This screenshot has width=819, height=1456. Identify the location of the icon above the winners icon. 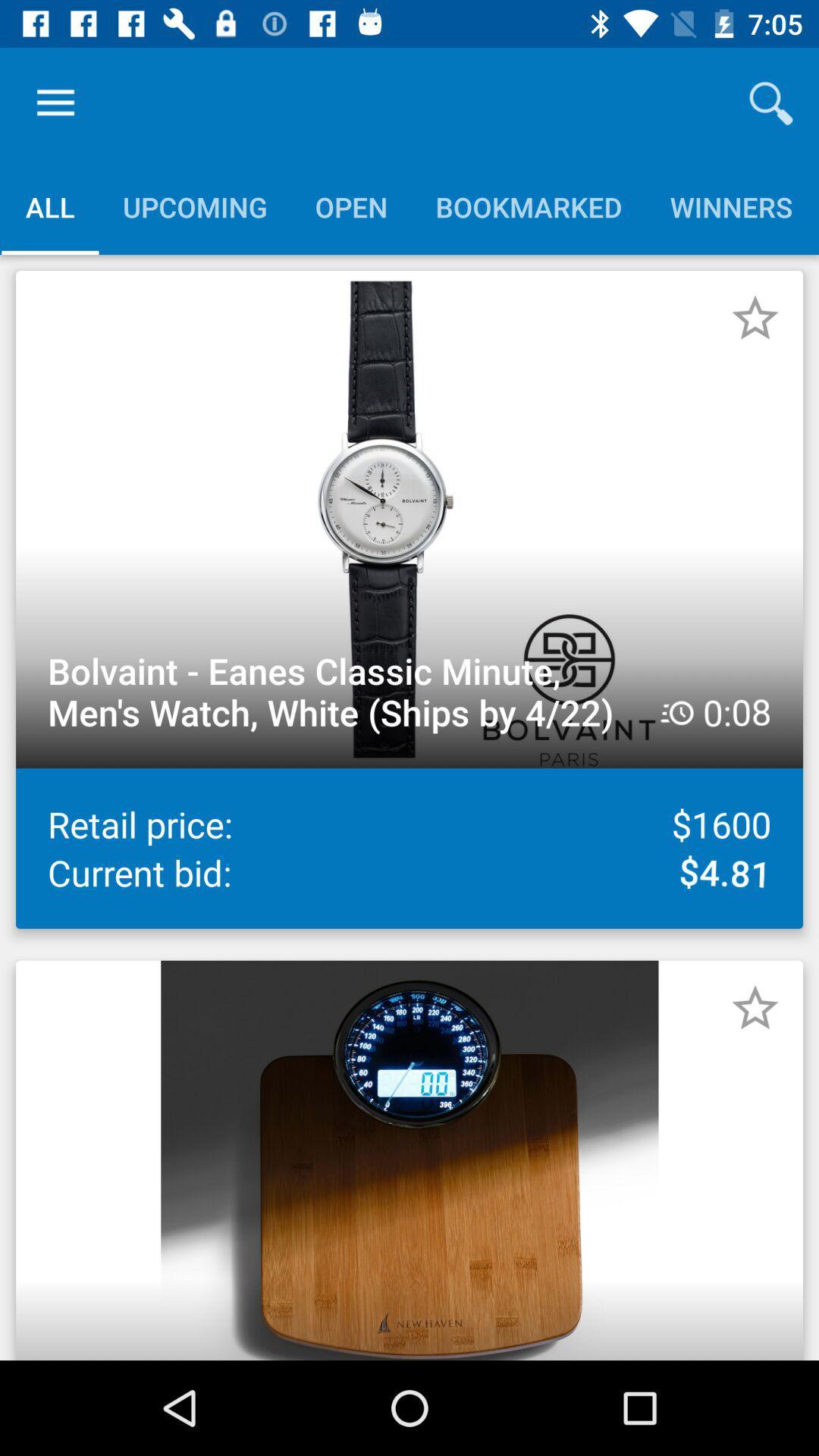
(771, 102).